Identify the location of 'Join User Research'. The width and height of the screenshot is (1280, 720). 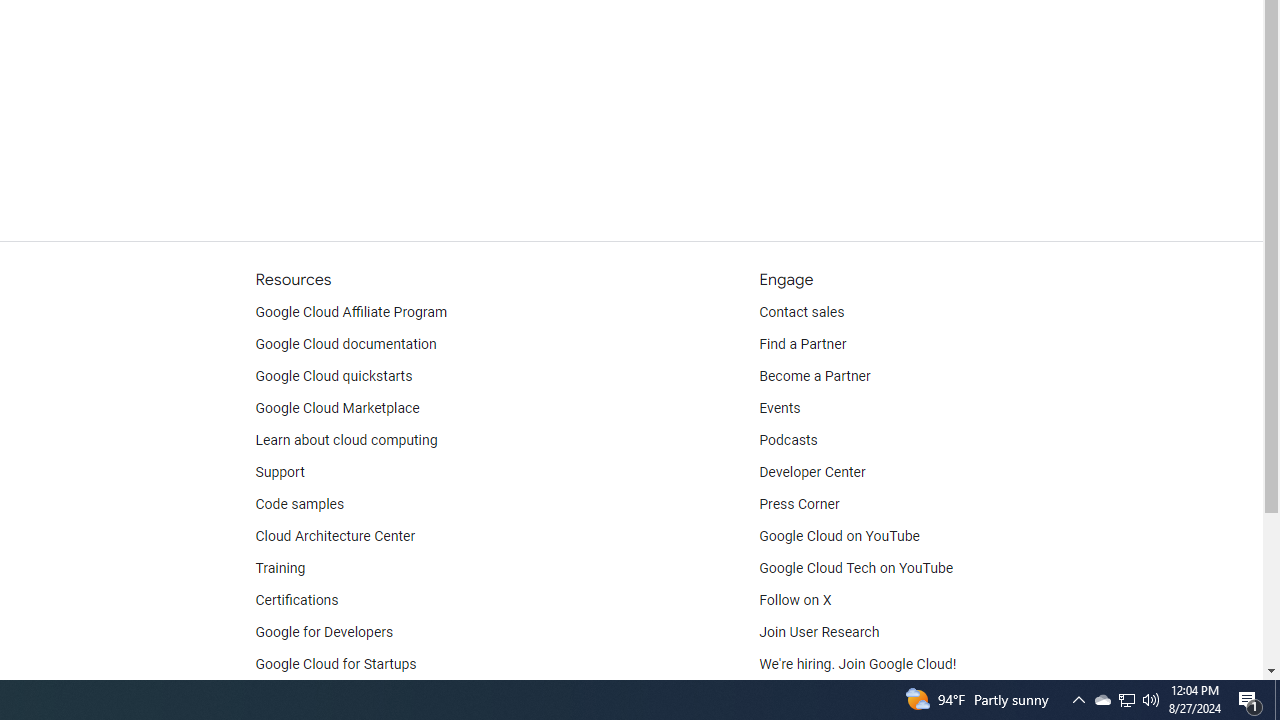
(819, 632).